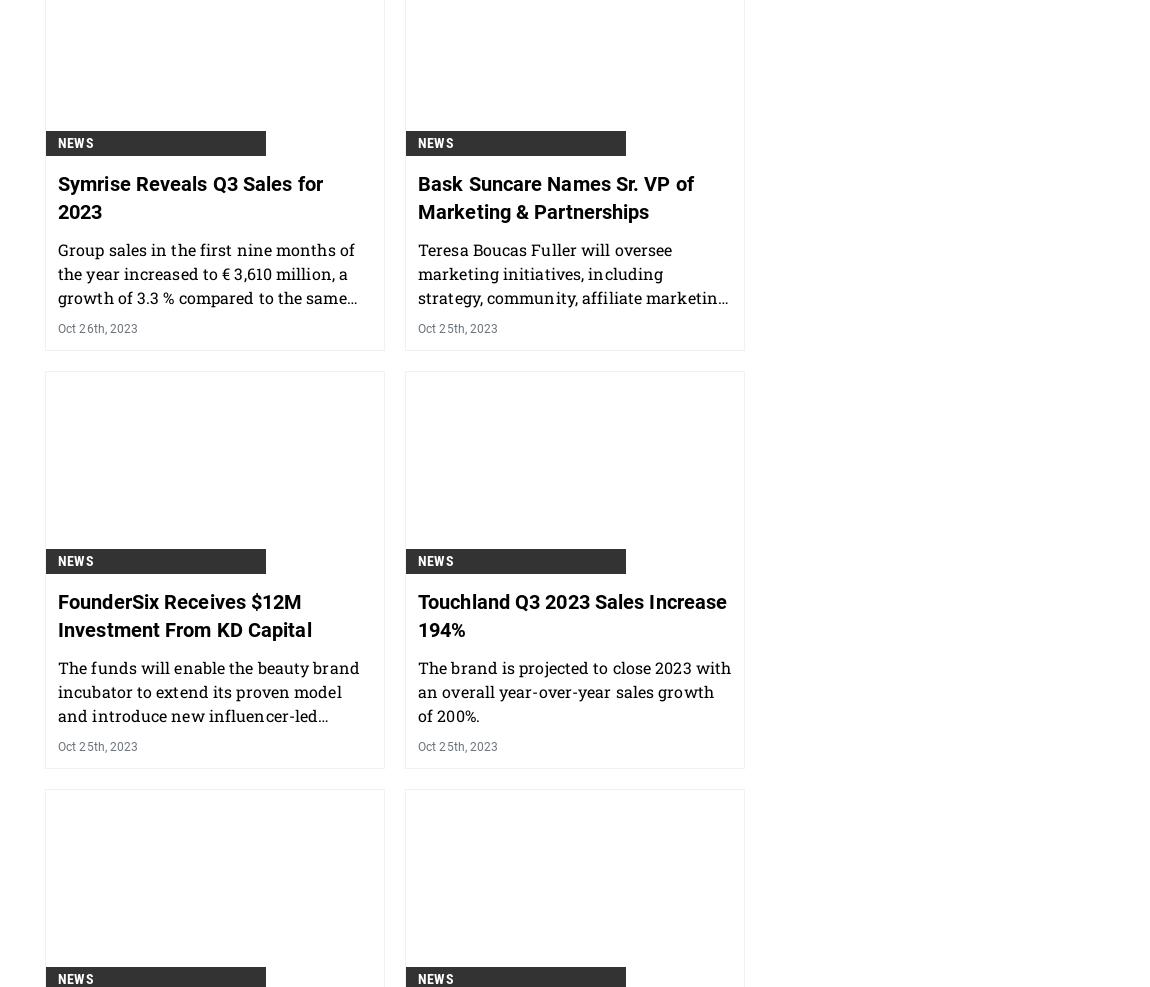  What do you see at coordinates (56, 389) in the screenshot?
I see `'Group sales in the first nine months of the year increased to € 3,610 million, a growth of 3.3 % compared to the same period of the previous year.'` at bounding box center [56, 389].